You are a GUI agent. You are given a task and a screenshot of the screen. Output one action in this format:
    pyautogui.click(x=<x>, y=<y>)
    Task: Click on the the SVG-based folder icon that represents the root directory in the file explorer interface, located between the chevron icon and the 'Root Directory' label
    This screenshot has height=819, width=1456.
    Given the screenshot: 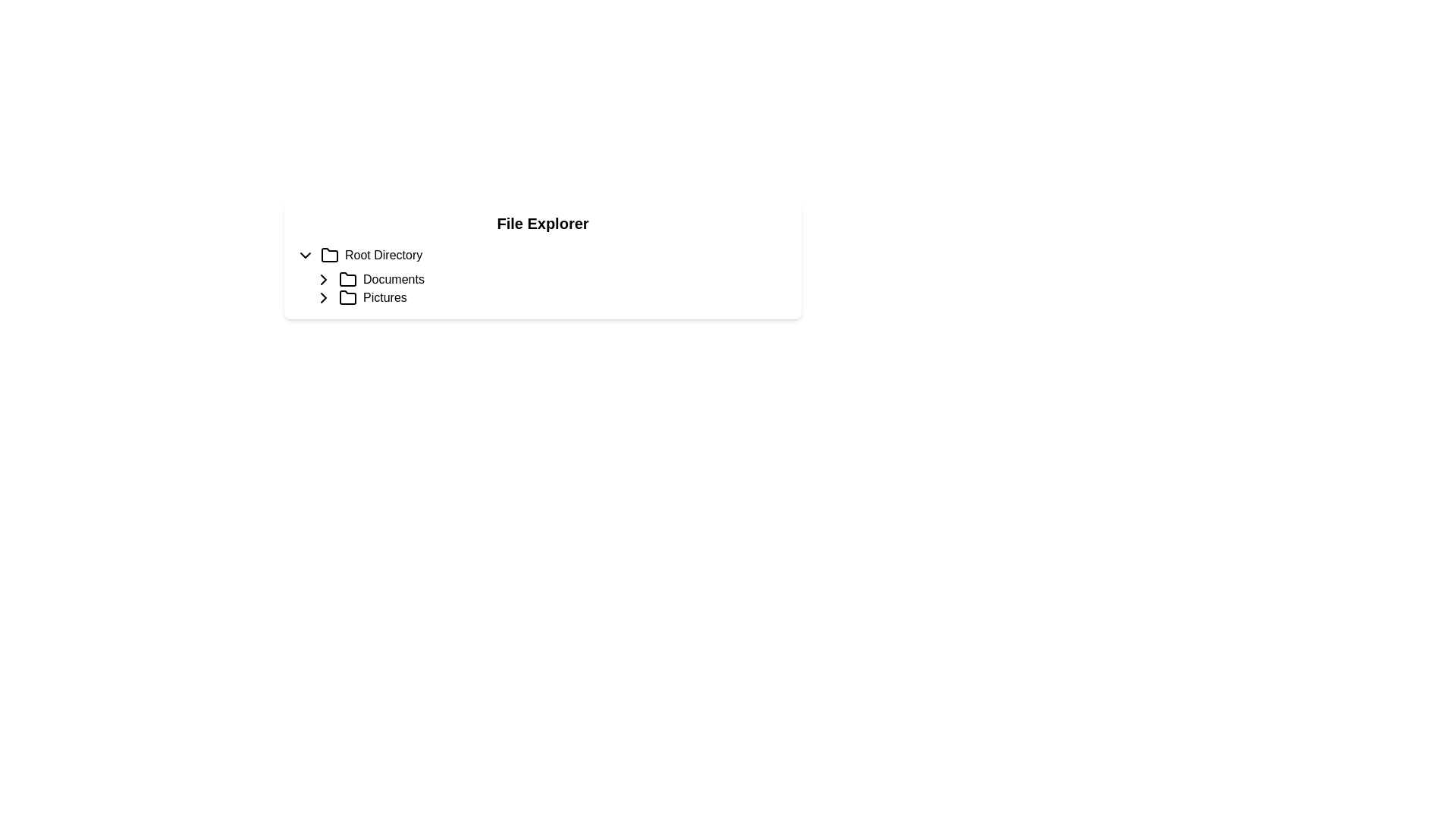 What is the action you would take?
    pyautogui.click(x=329, y=254)
    